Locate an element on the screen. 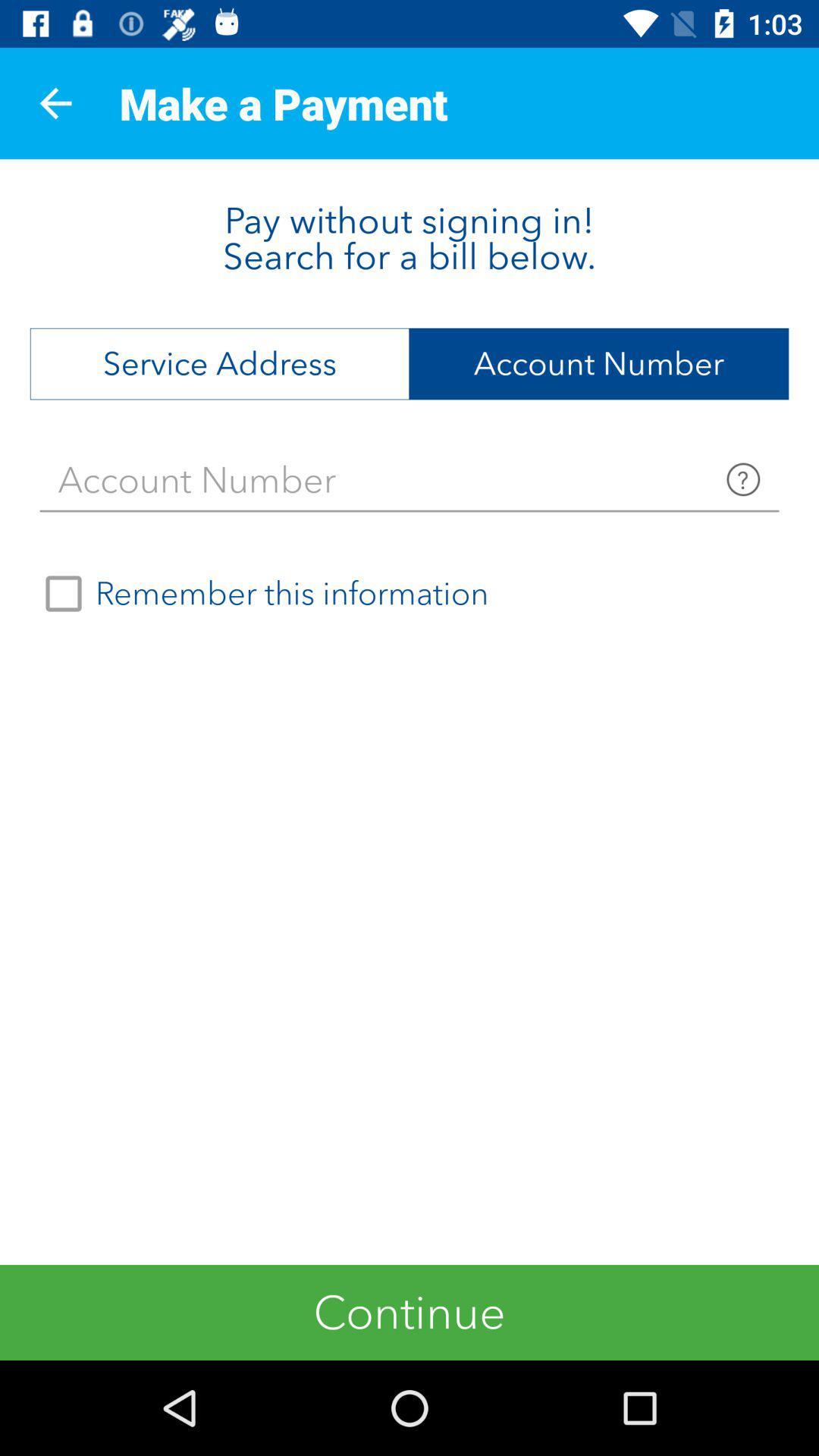 This screenshot has width=819, height=1456. the continue is located at coordinates (409, 1312).